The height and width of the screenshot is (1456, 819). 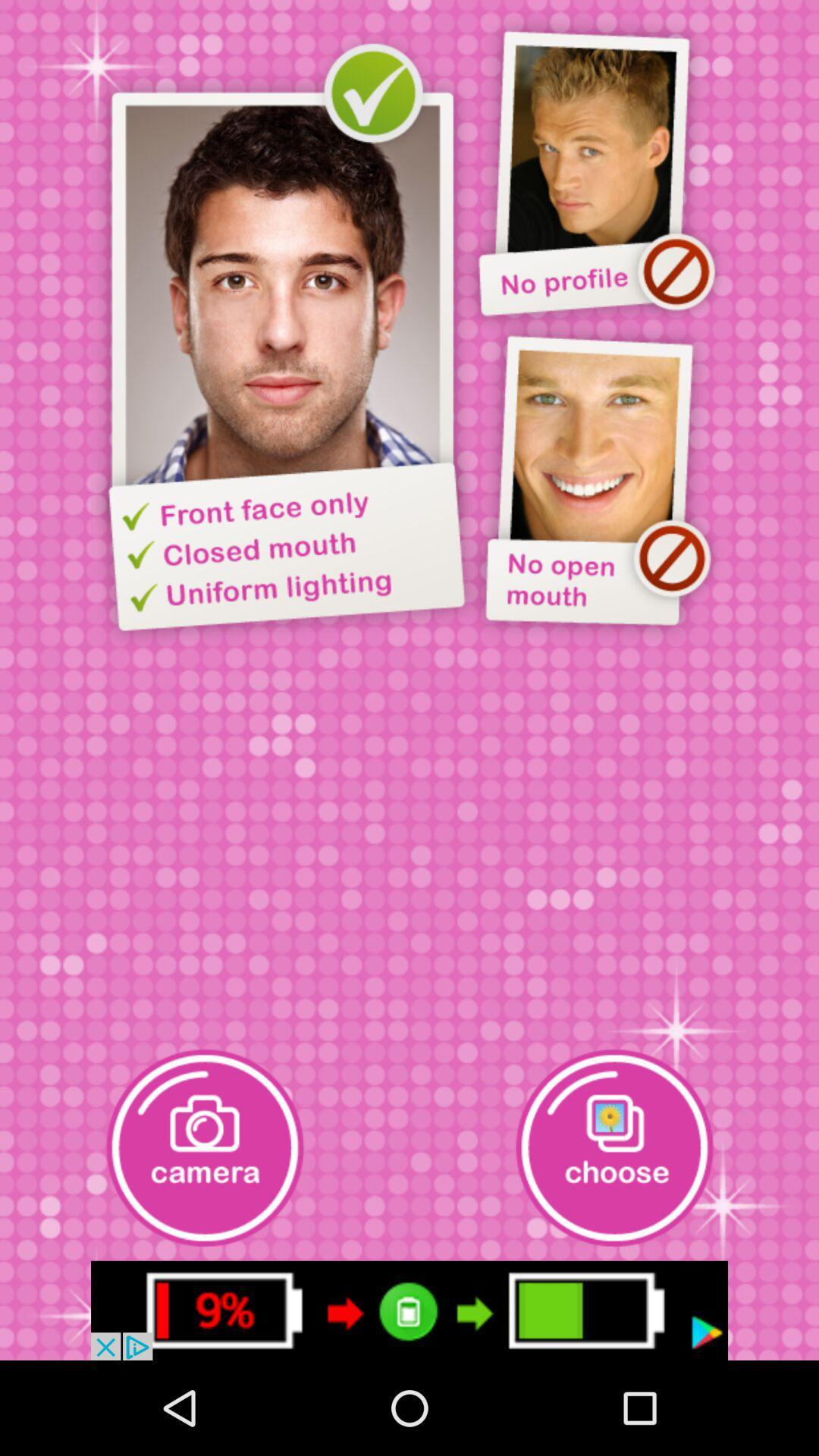 What do you see at coordinates (614, 1147) in the screenshot?
I see `choose` at bounding box center [614, 1147].